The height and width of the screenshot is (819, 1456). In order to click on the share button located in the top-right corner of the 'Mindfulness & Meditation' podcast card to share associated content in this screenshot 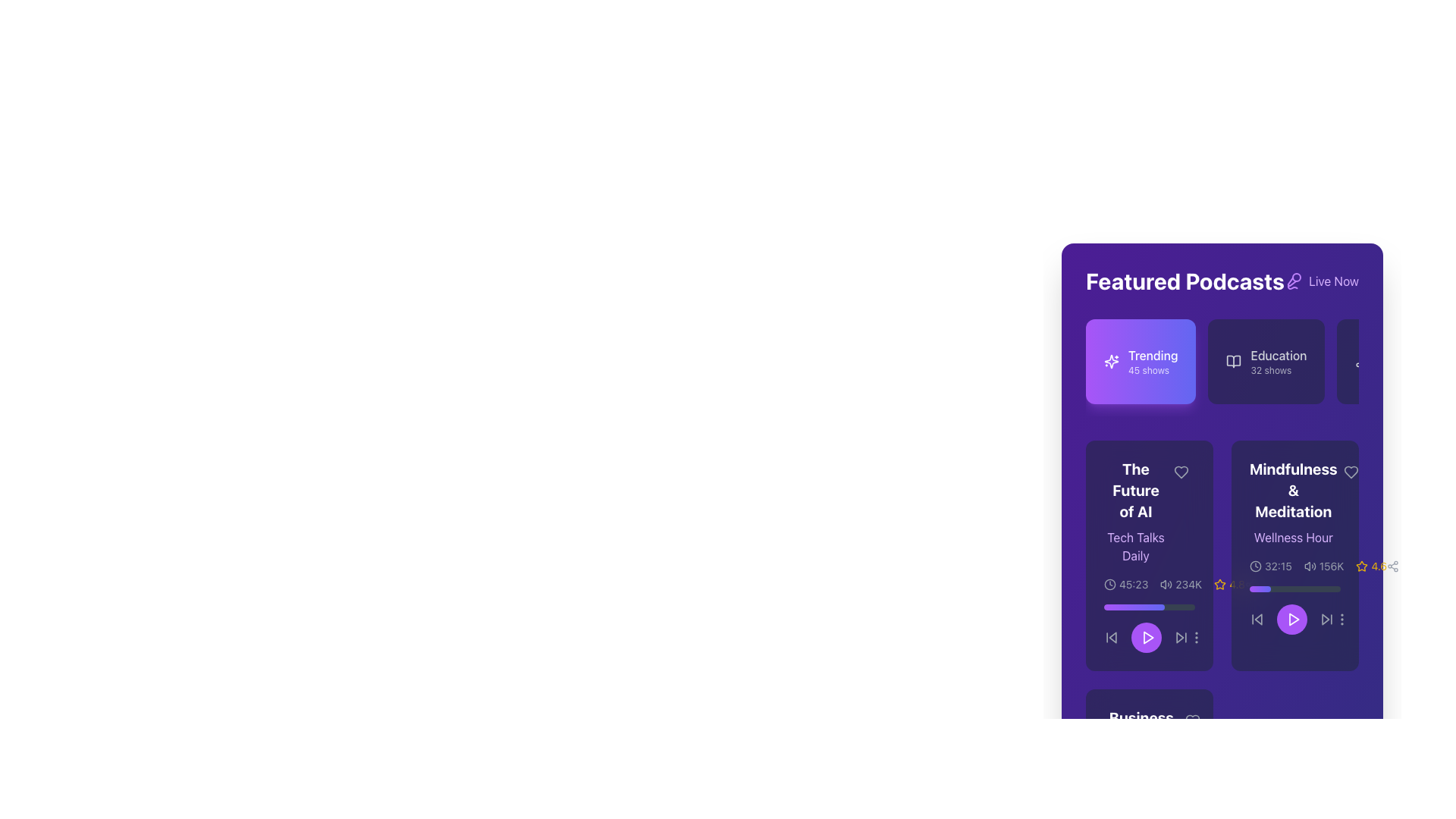, I will do `click(1250, 584)`.